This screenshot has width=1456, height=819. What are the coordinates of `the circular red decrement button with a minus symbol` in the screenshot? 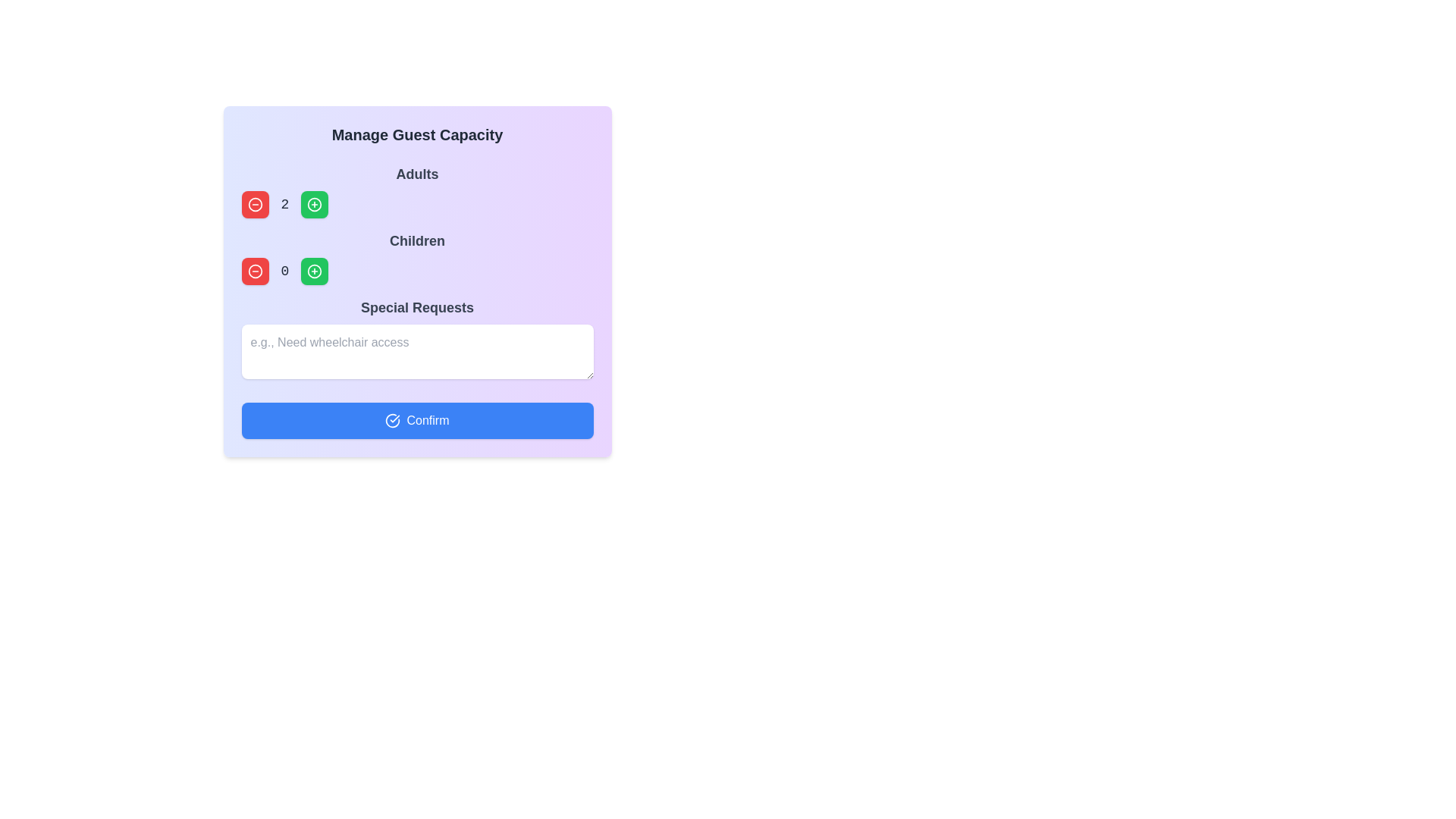 It's located at (255, 271).